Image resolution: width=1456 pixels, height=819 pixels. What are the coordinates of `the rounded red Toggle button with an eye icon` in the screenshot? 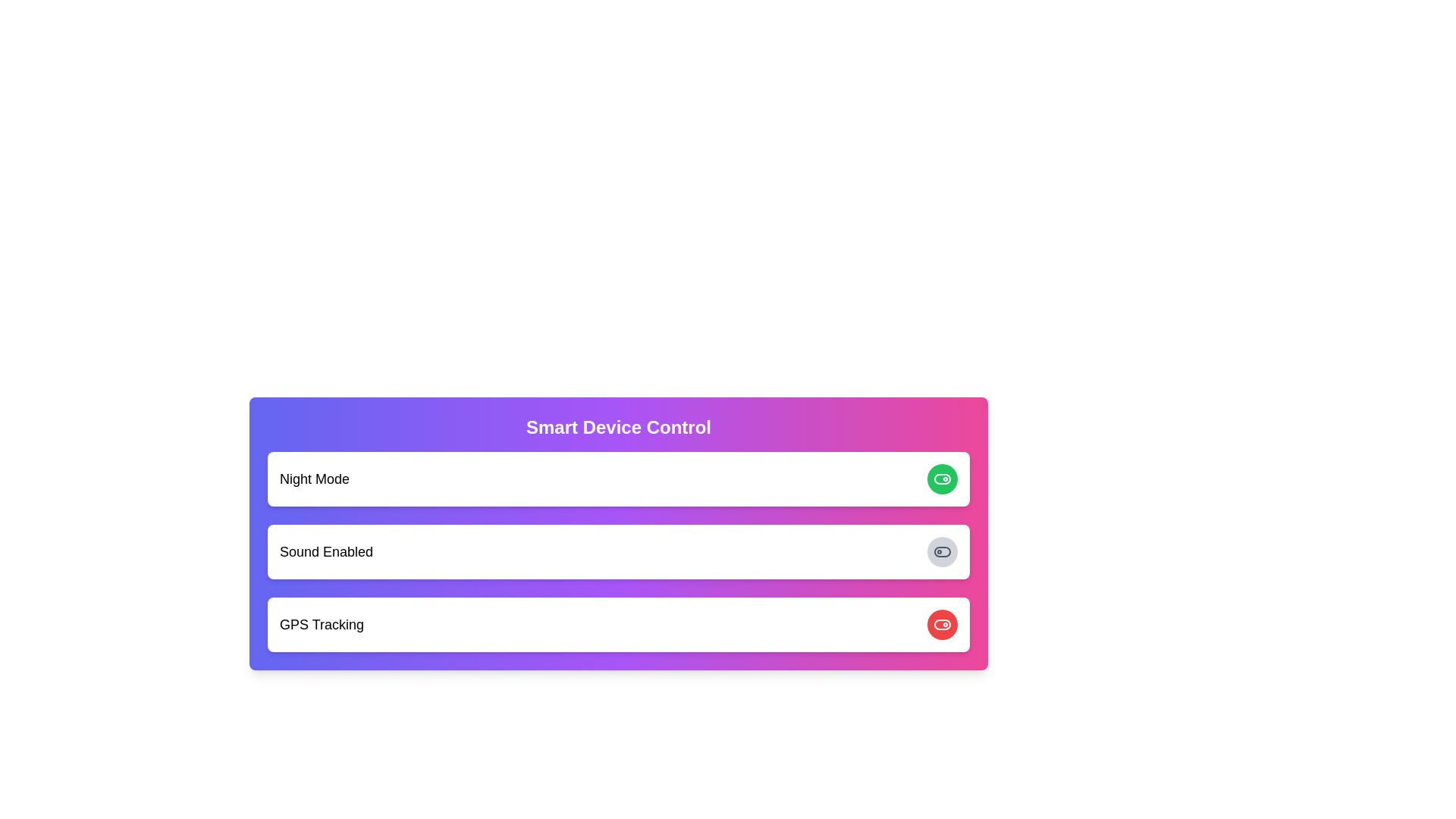 It's located at (942, 625).